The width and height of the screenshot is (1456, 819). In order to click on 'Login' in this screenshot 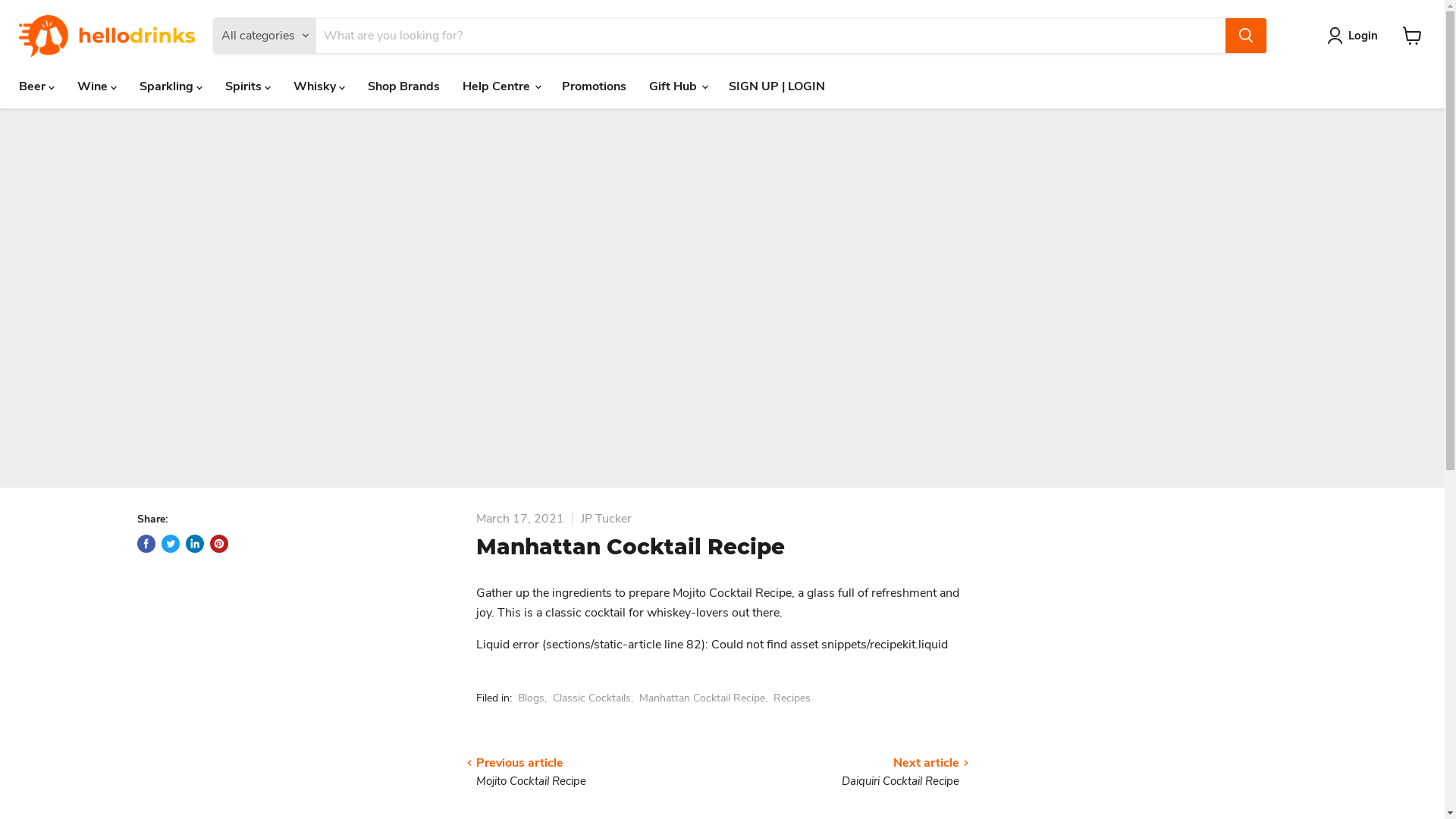, I will do `click(1363, 34)`.